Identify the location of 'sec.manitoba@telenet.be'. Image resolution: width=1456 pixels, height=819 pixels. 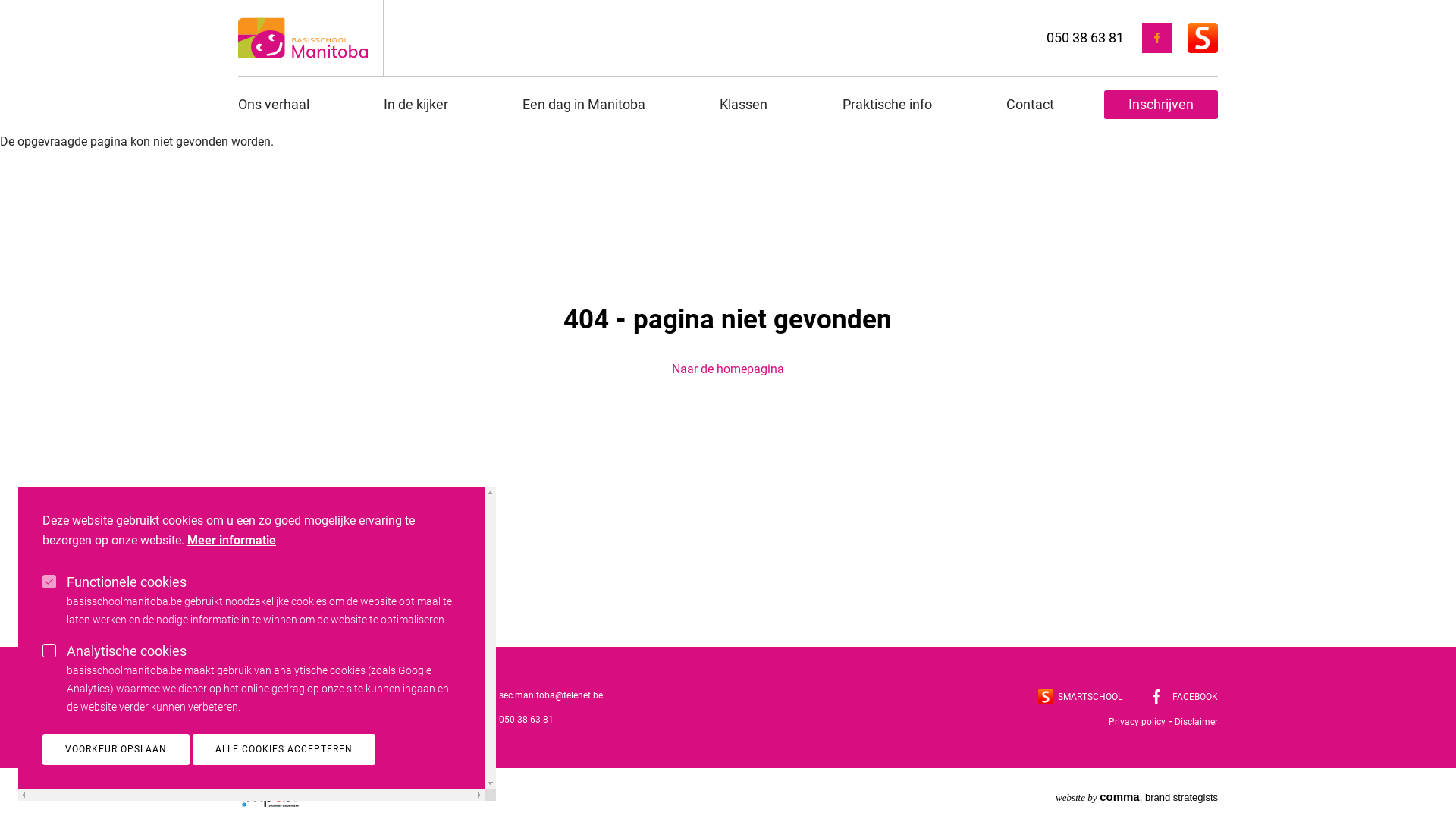
(498, 695).